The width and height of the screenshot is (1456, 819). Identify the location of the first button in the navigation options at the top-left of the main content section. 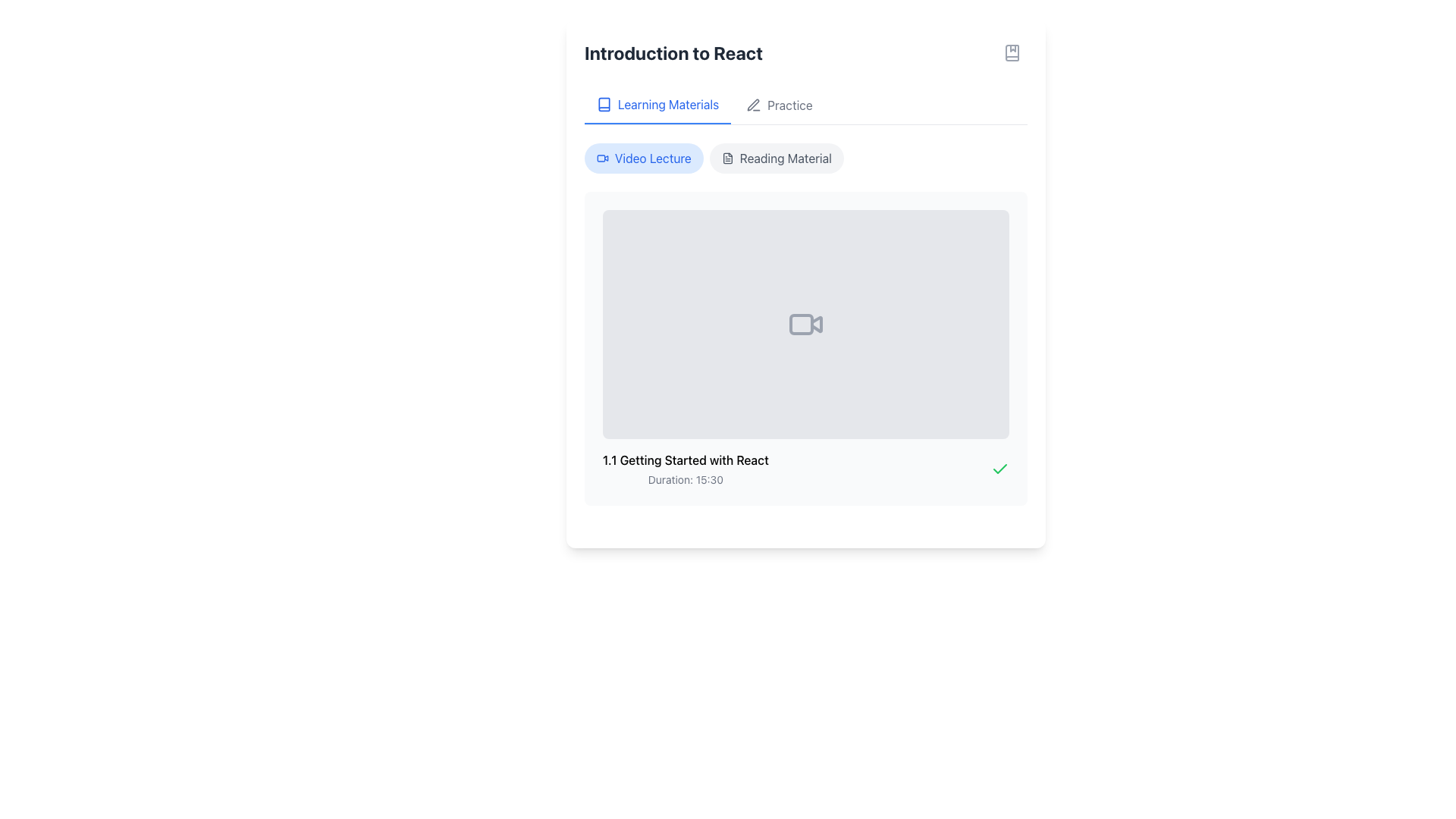
(657, 104).